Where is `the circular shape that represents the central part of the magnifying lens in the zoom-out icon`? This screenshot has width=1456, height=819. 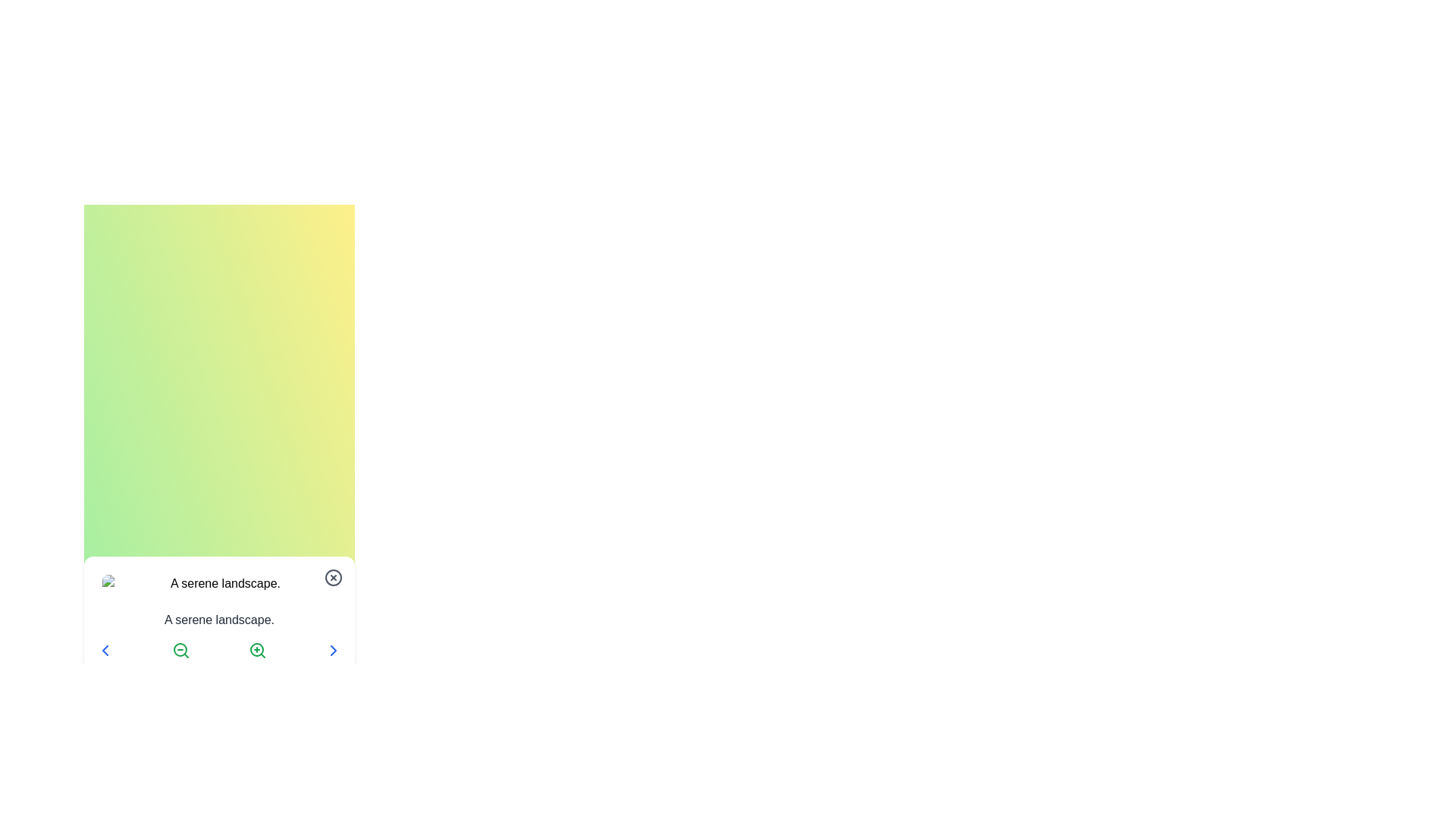
the circular shape that represents the central part of the magnifying lens in the zoom-out icon is located at coordinates (180, 648).